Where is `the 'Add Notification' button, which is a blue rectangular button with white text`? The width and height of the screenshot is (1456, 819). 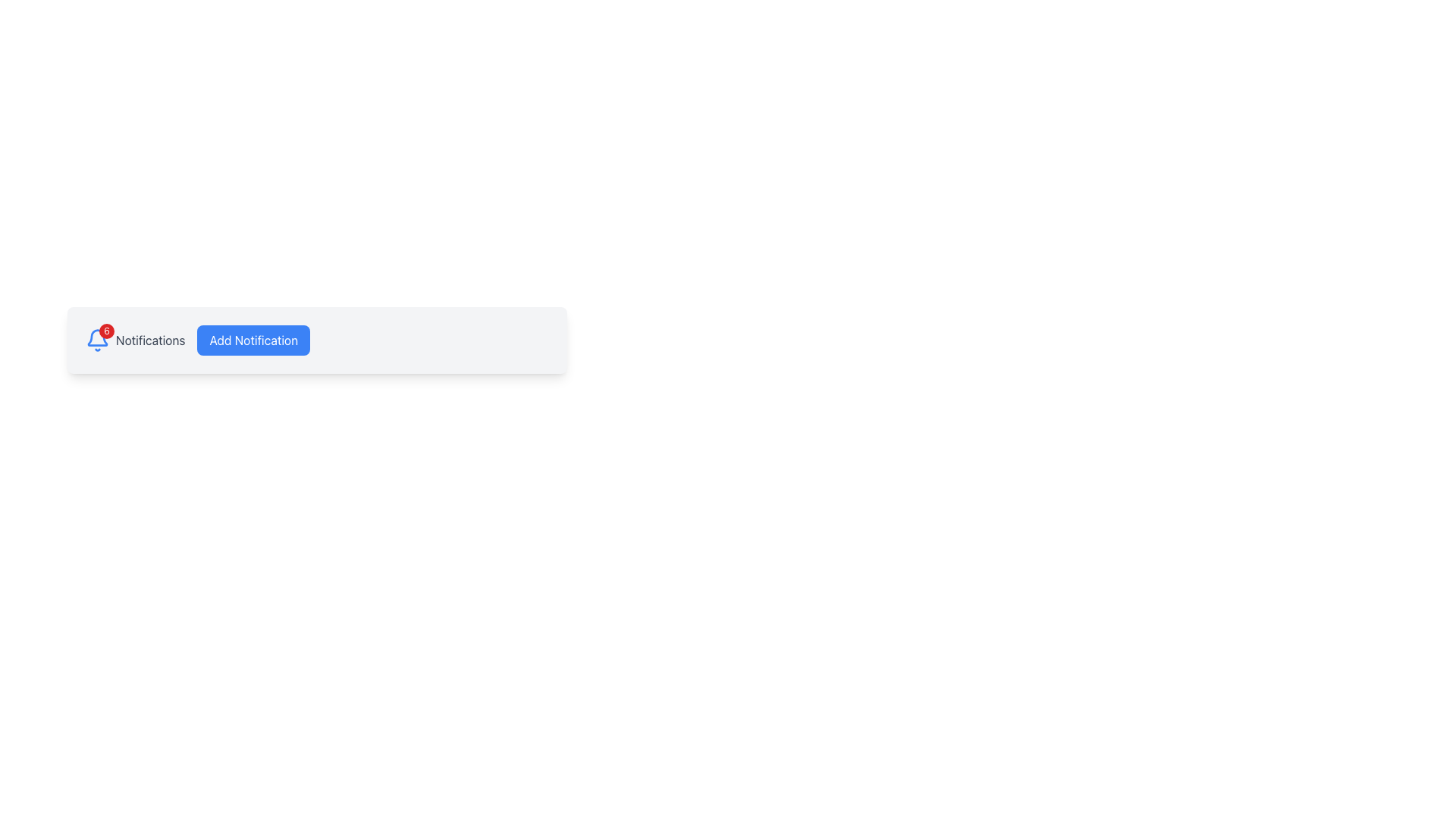
the 'Add Notification' button, which is a blue rectangular button with white text is located at coordinates (253, 339).